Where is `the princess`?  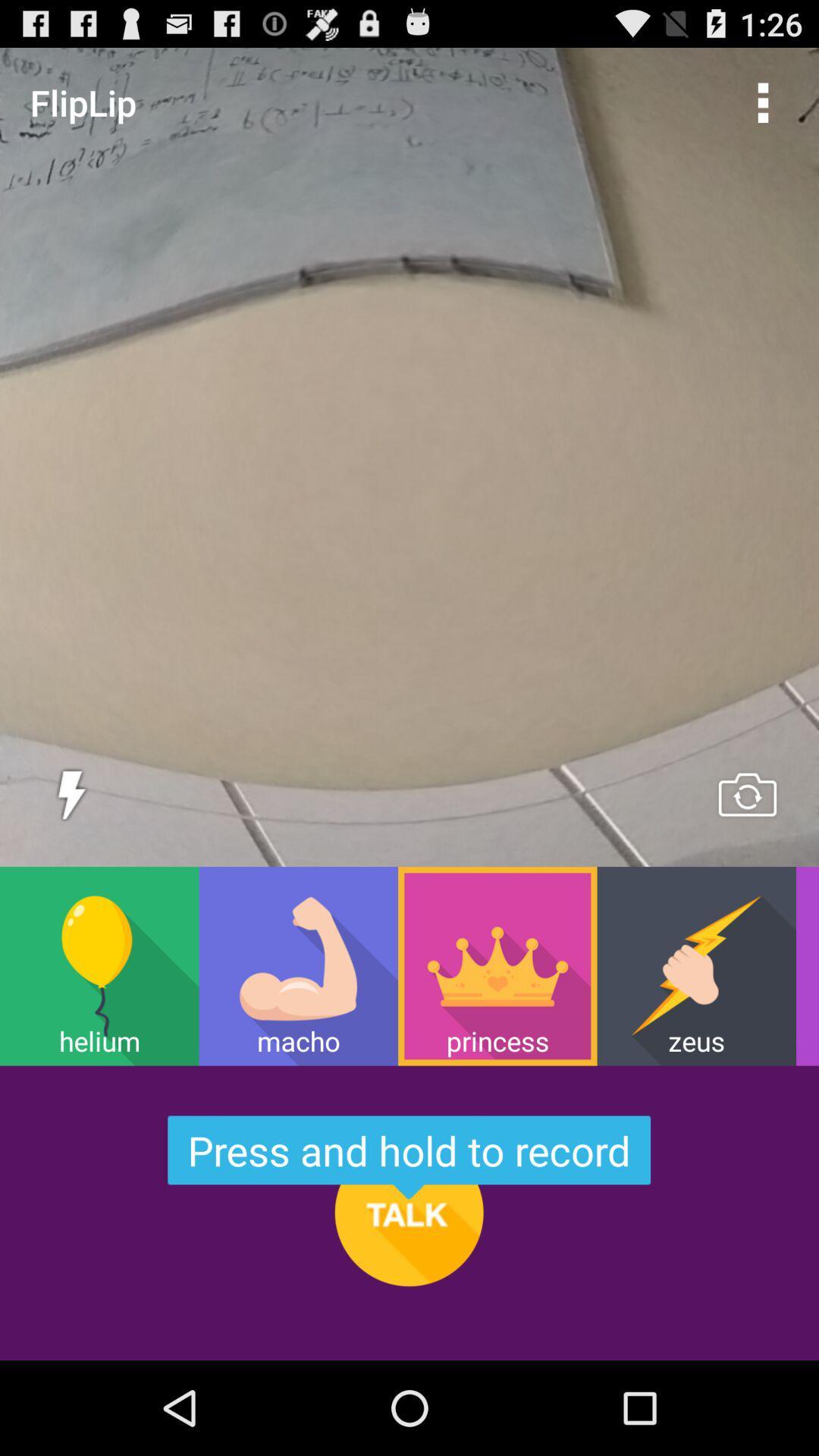 the princess is located at coordinates (497, 965).